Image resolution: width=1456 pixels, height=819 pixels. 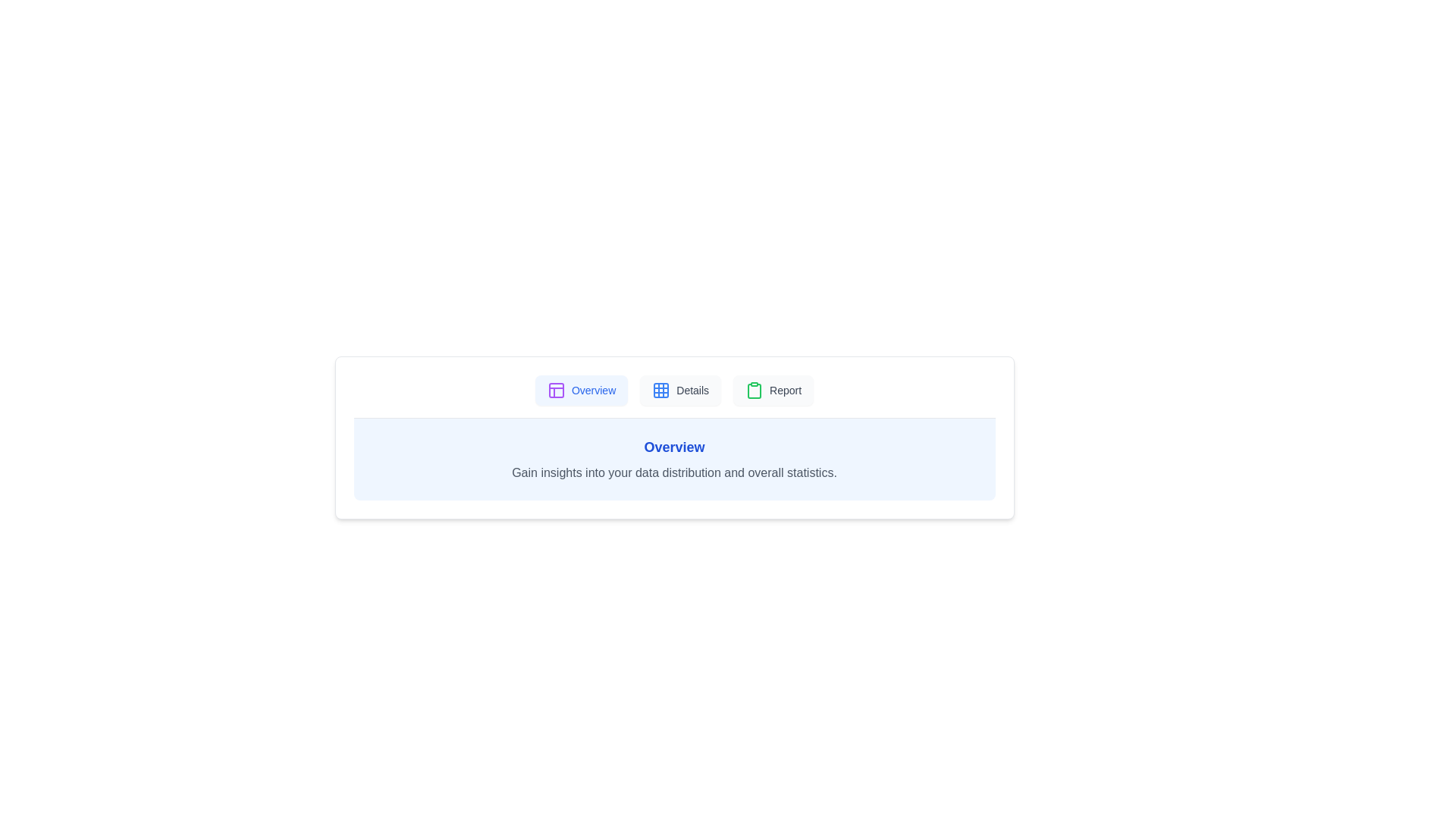 What do you see at coordinates (773, 390) in the screenshot?
I see `the tab labeled Report to switch to that tab` at bounding box center [773, 390].